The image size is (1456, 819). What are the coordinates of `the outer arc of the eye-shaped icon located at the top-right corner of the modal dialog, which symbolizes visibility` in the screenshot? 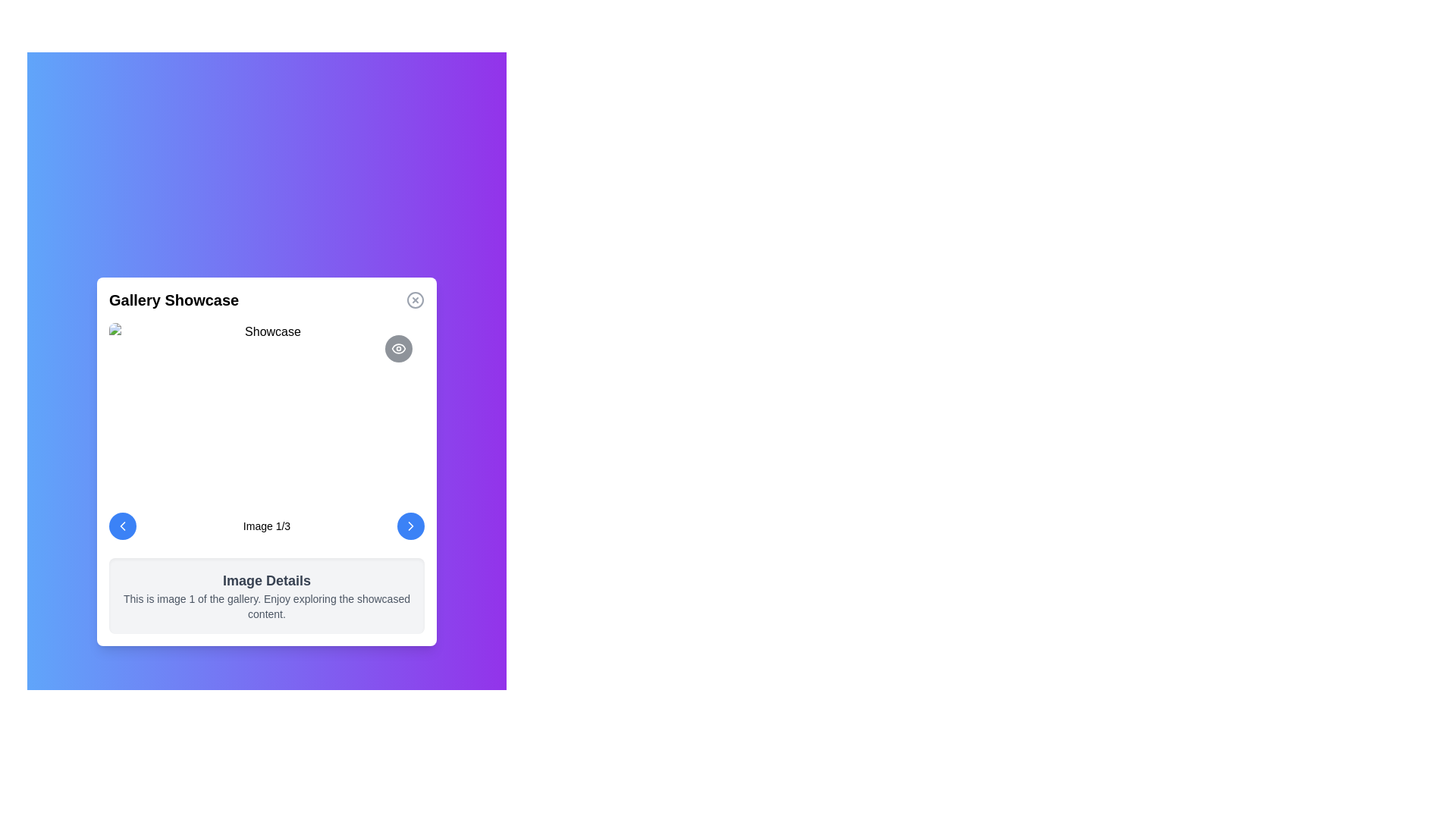 It's located at (399, 348).